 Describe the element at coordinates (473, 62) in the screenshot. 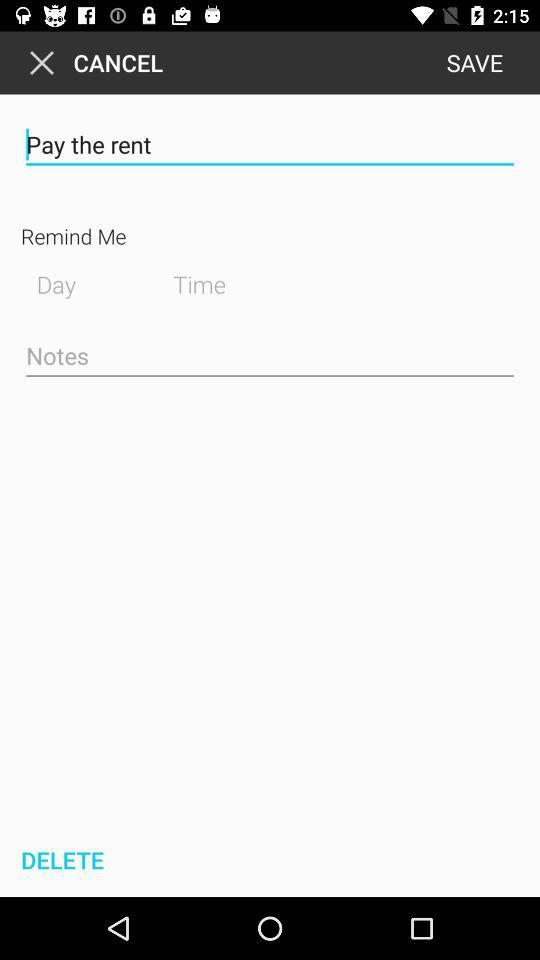

I see `the item to the right of cancel icon` at that location.